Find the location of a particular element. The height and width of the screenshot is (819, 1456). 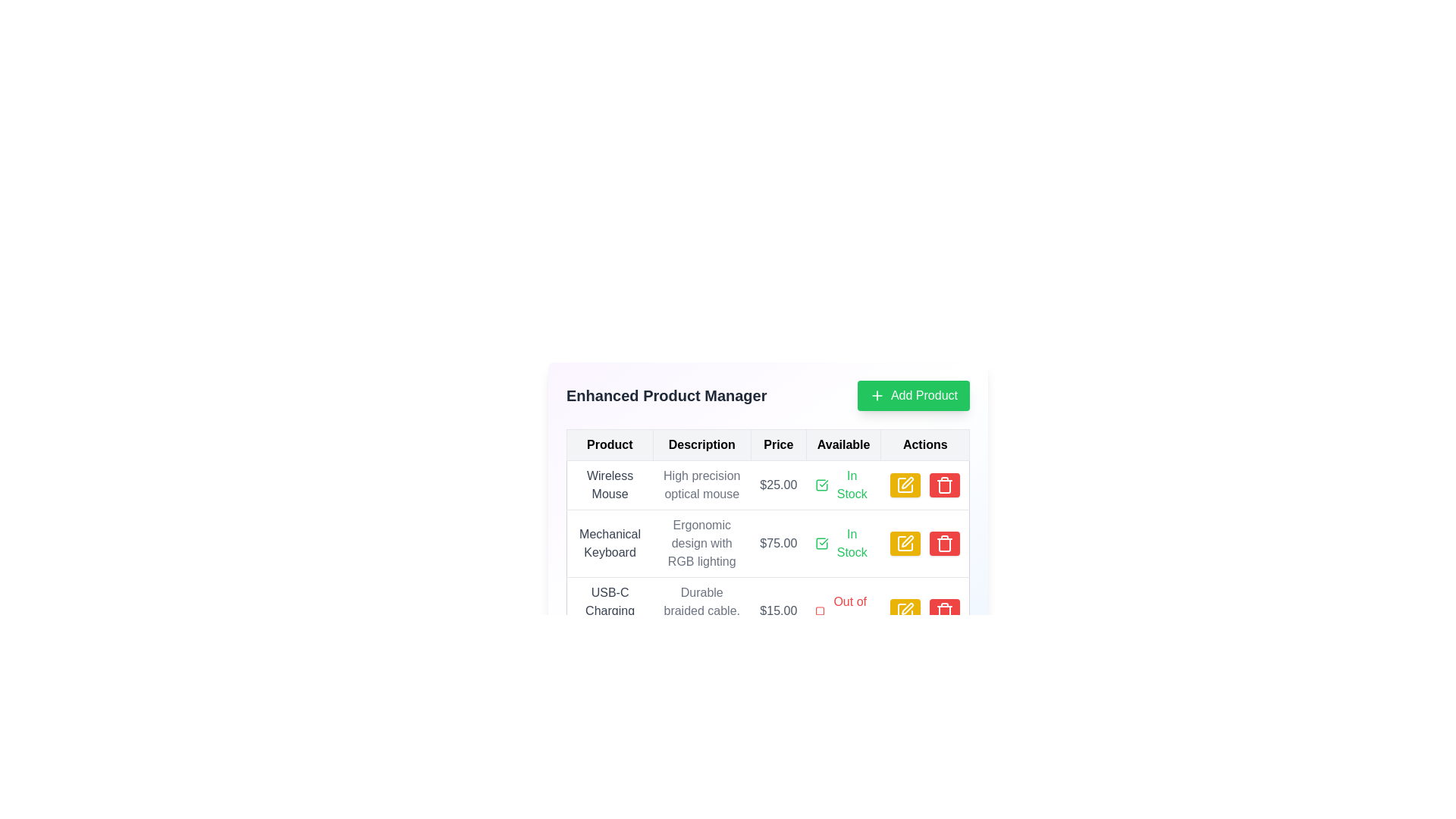

the 'Add Product' button located in the top-right corner of the 'Enhanced Product Manager' section to initiate adding a product is located at coordinates (912, 394).